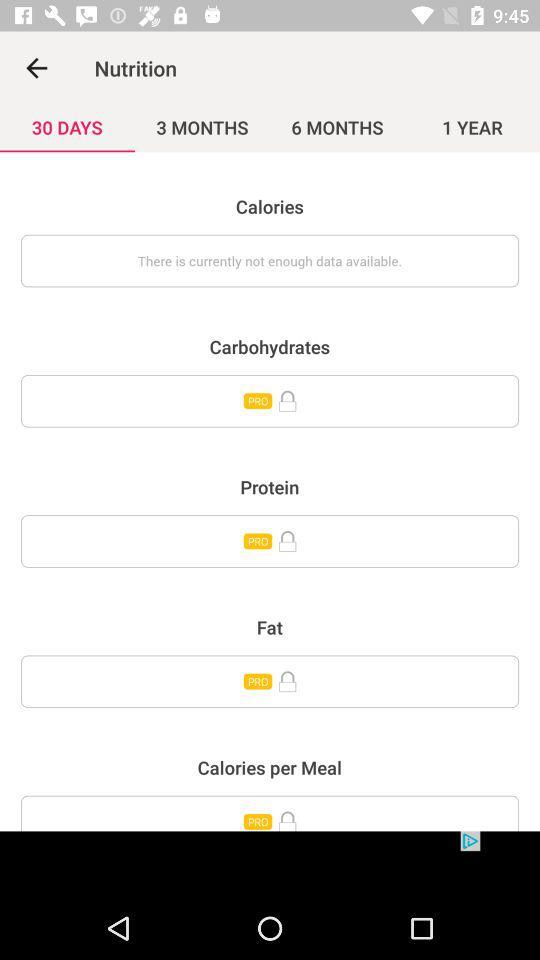 Image resolution: width=540 pixels, height=960 pixels. Describe the element at coordinates (270, 541) in the screenshot. I see `unlock pro feature` at that location.